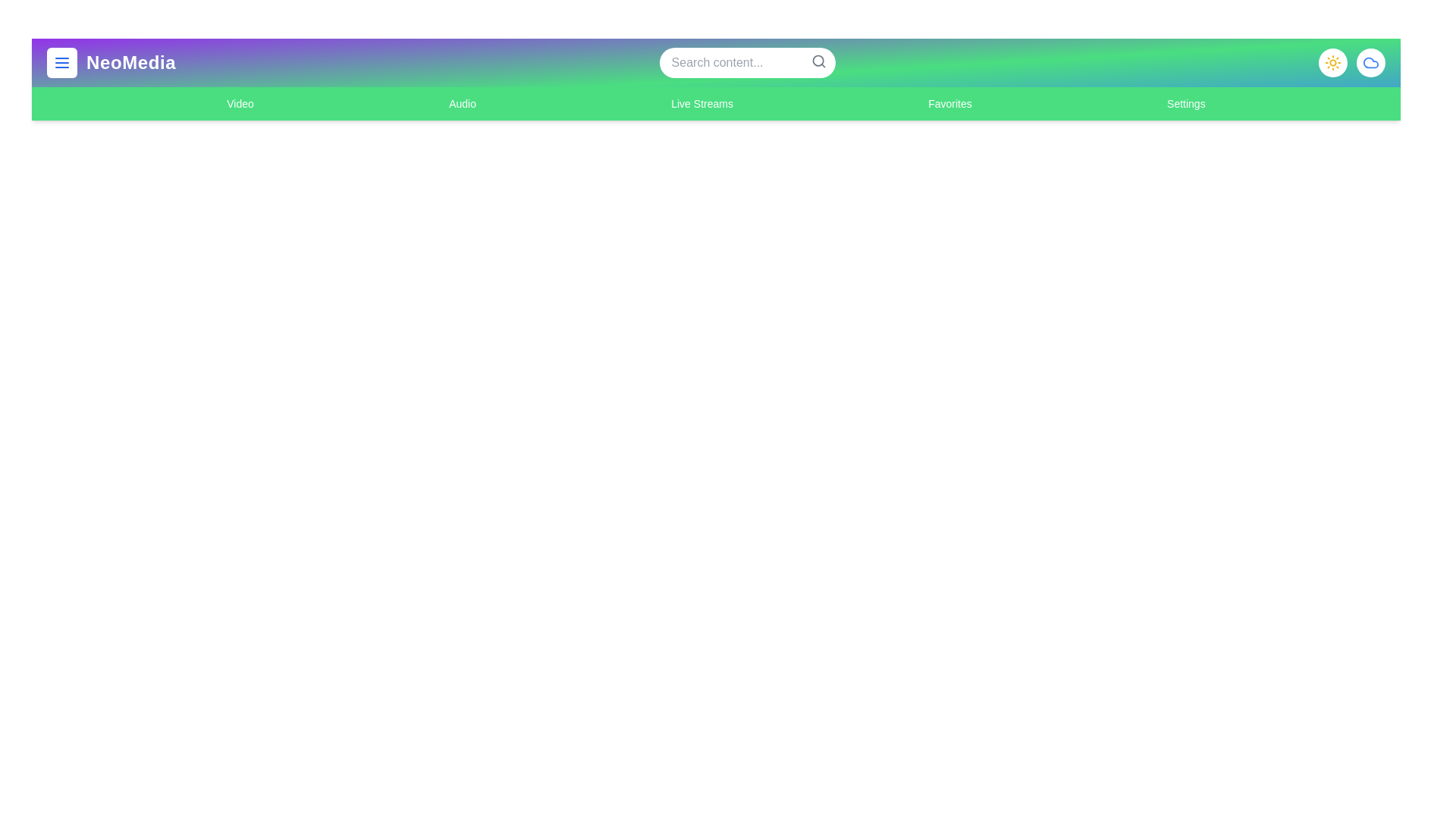 This screenshot has height=819, width=1456. I want to click on the navigation link for Video to switch to that section, so click(239, 103).